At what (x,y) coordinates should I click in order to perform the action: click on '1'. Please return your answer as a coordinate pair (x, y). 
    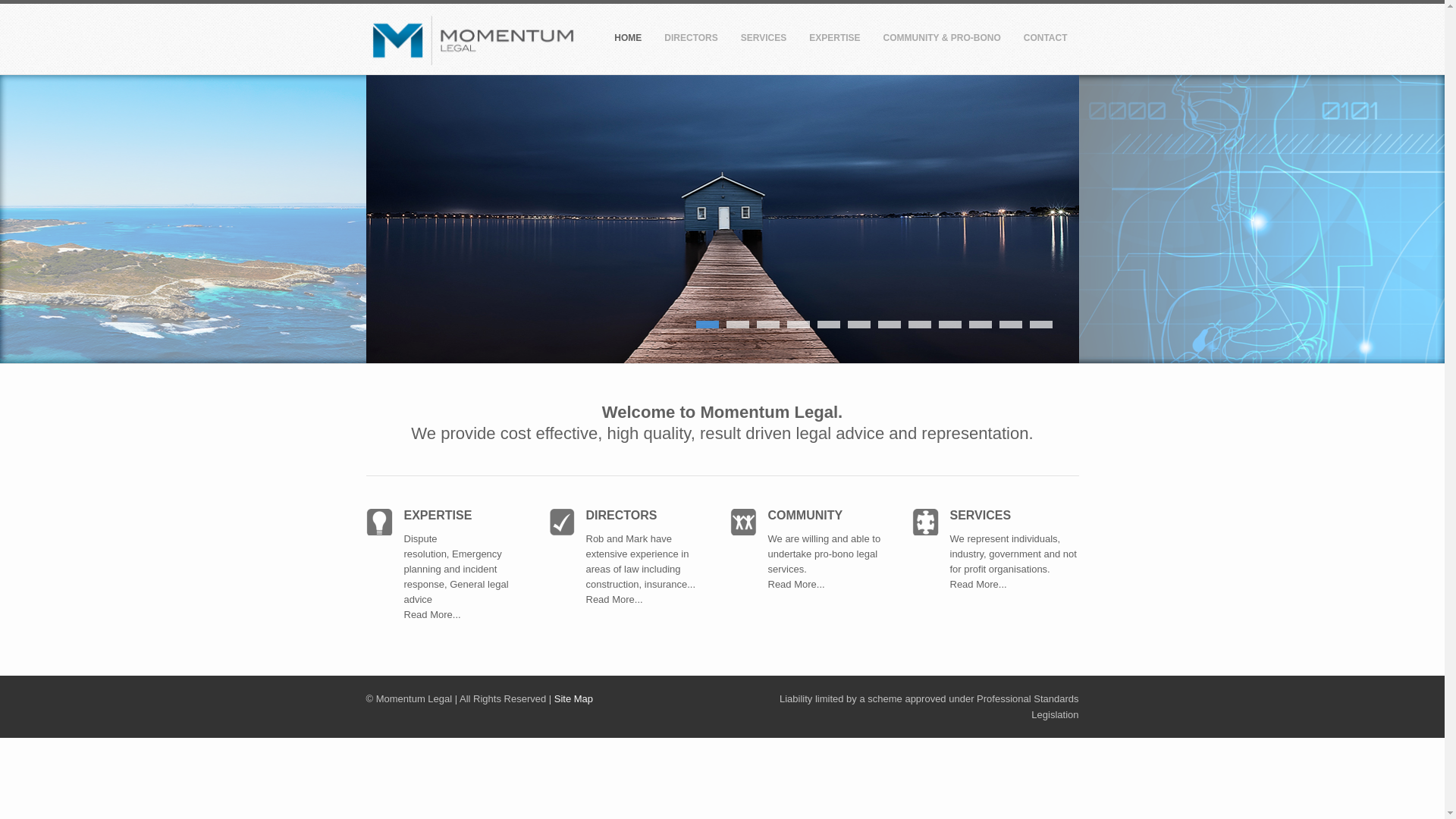
    Looking at the image, I should click on (706, 324).